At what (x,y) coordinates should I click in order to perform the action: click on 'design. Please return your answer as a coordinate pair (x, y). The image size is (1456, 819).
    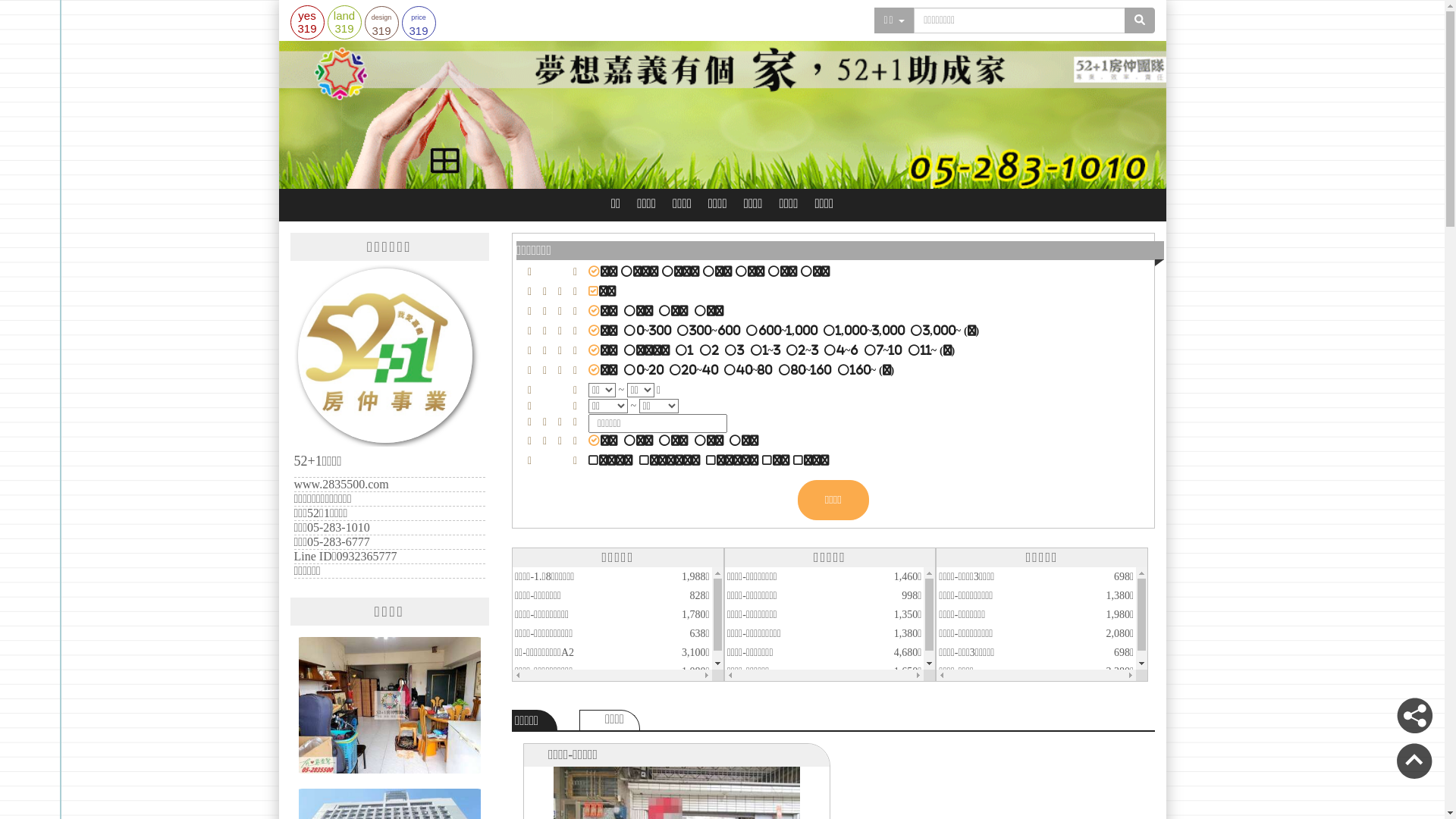
    Looking at the image, I should click on (364, 23).